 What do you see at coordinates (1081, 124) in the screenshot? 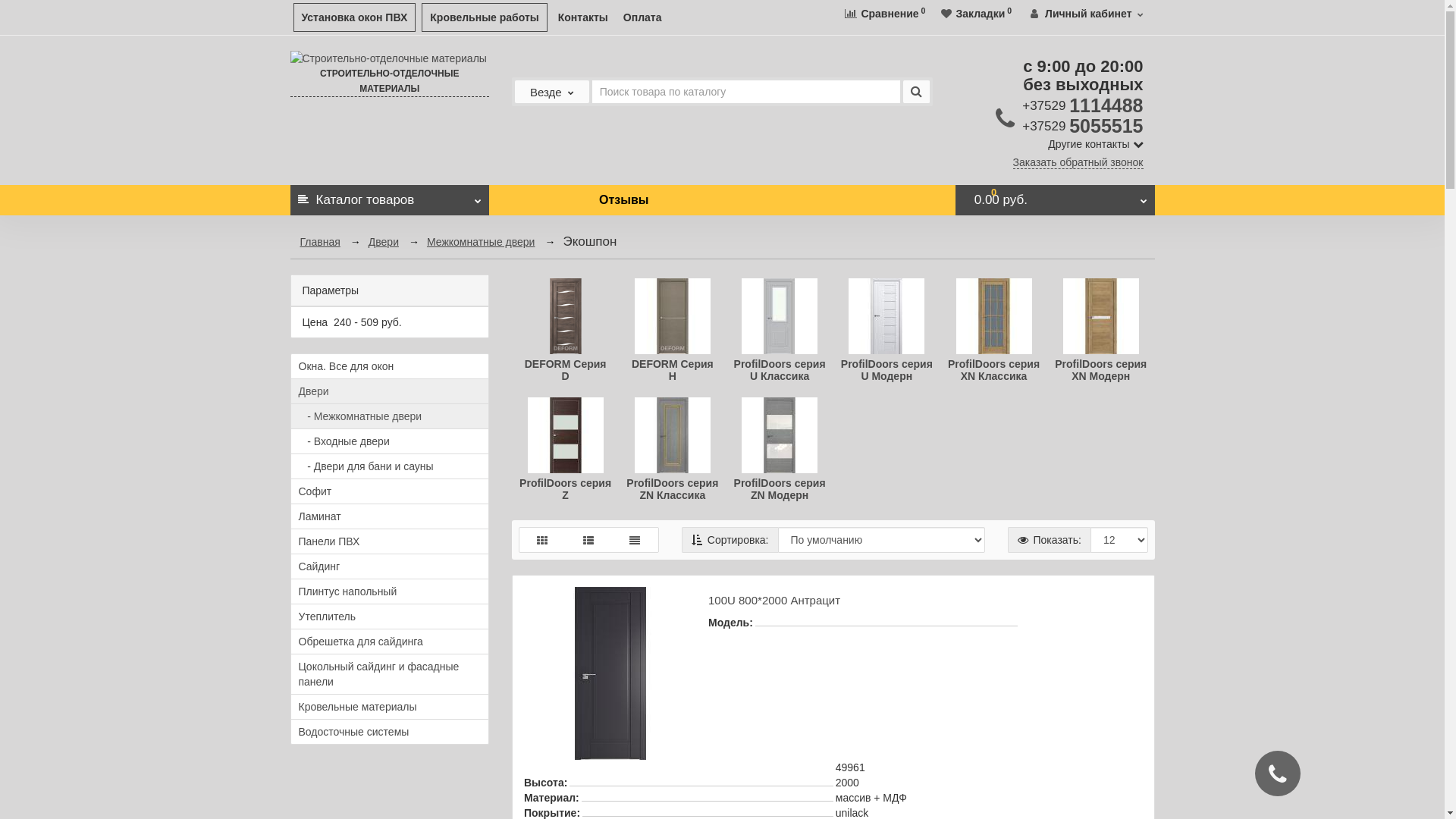
I see `'+37529 5055515'` at bounding box center [1081, 124].